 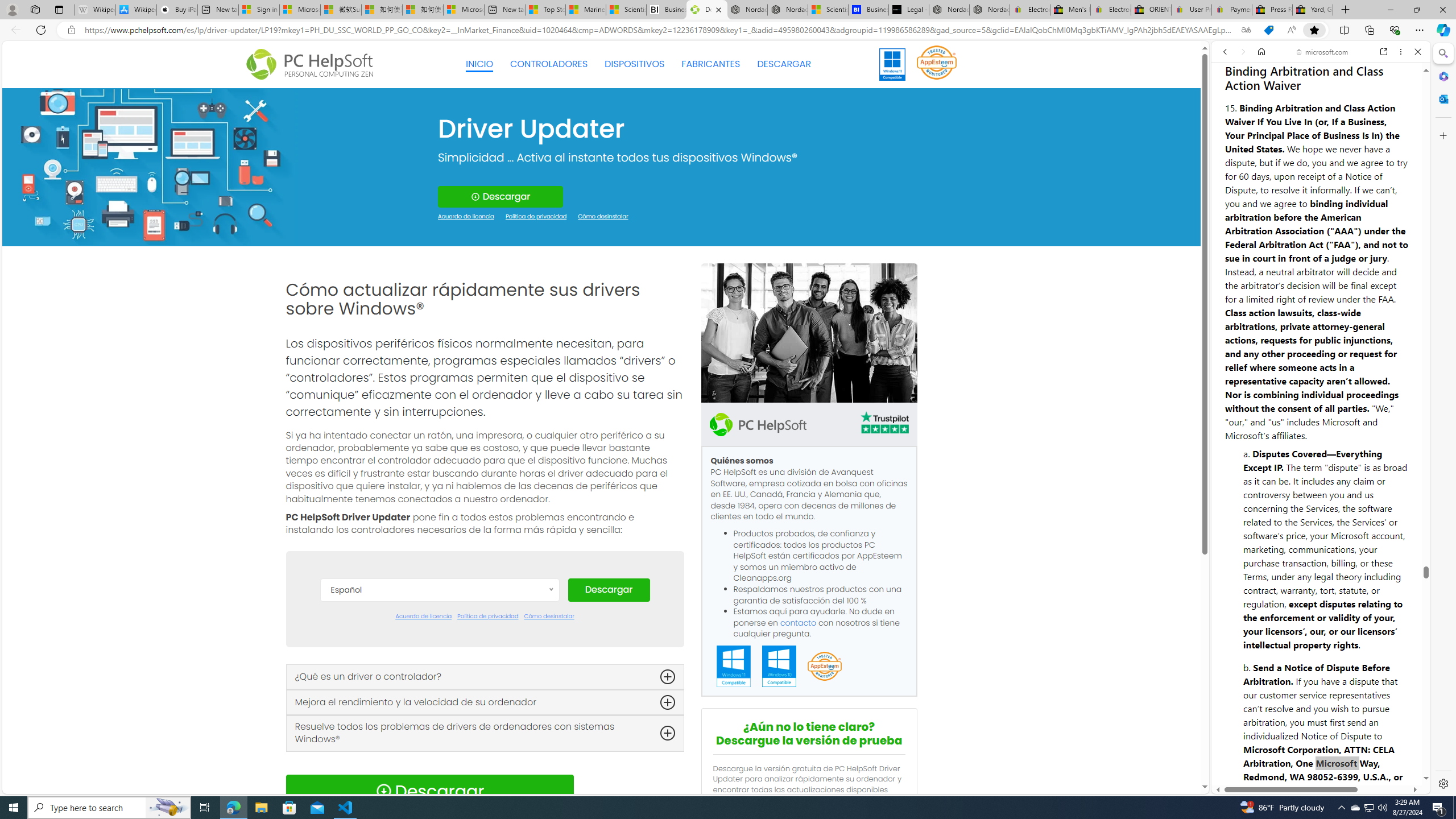 I want to click on 'Windows 10 Compatible', so click(x=779, y=666).